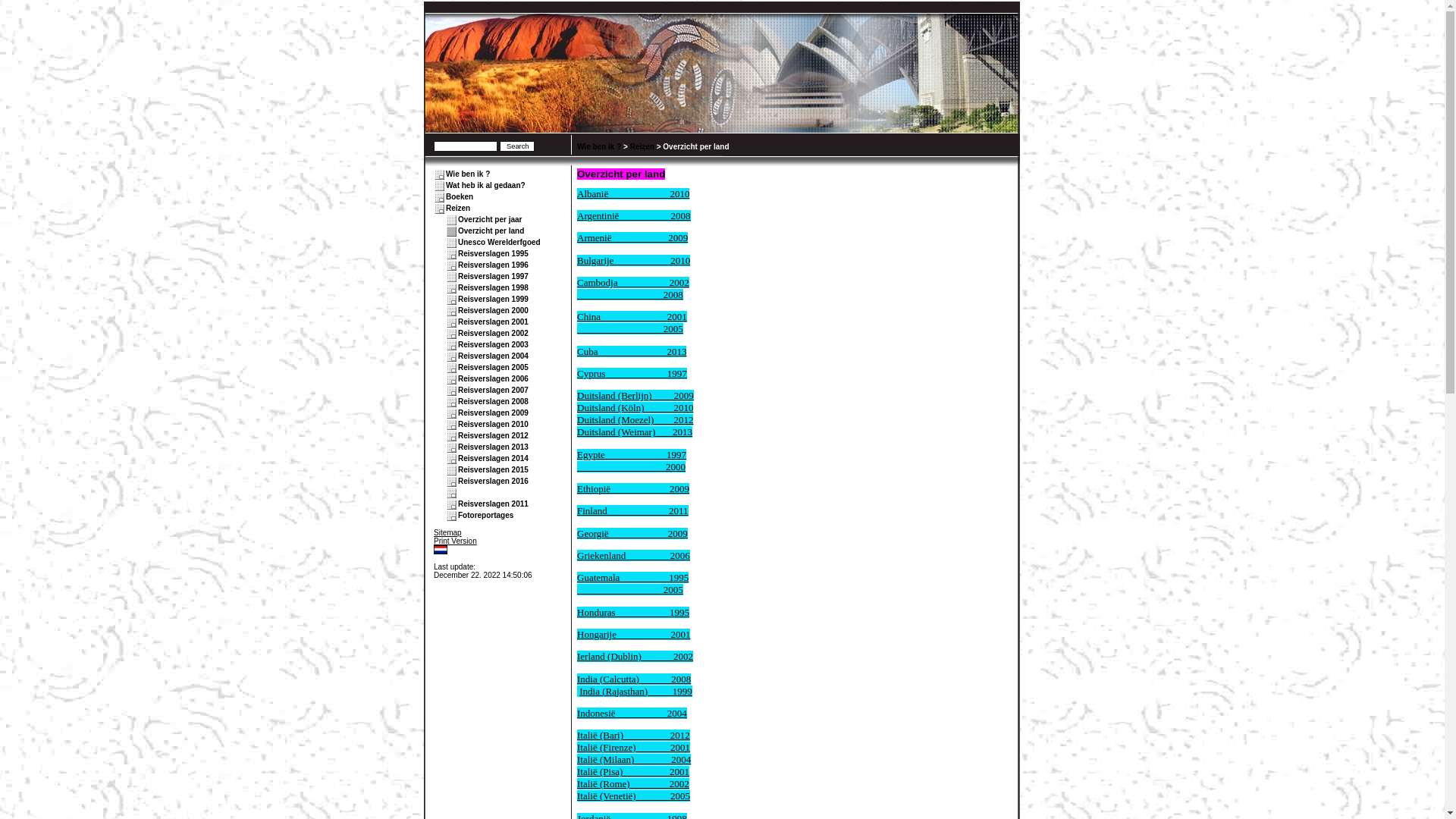  I want to click on 'Reisverslagen 1999', so click(493, 299).